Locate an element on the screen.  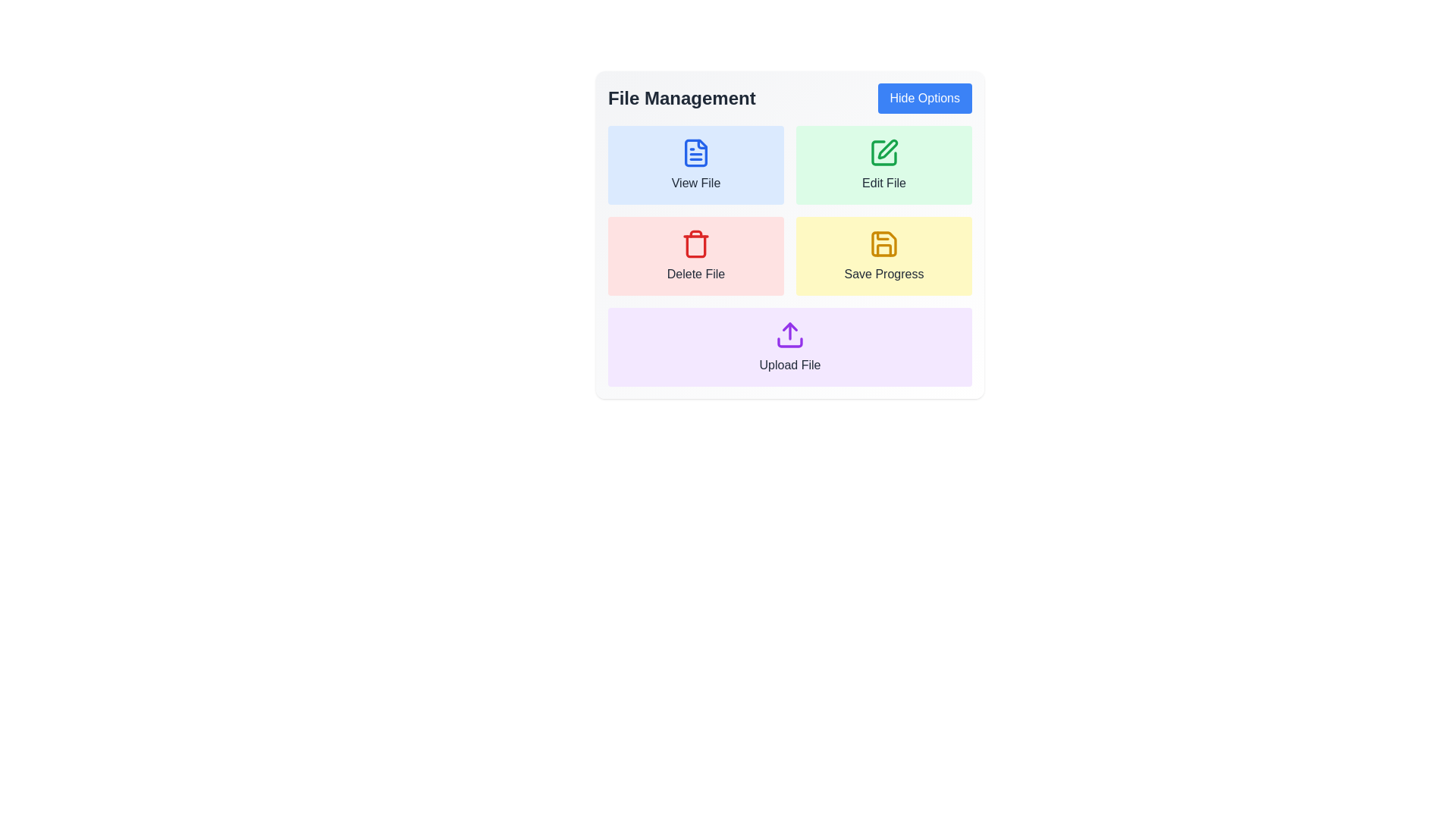
the edit button located to the right of the 'View File' button is located at coordinates (884, 165).